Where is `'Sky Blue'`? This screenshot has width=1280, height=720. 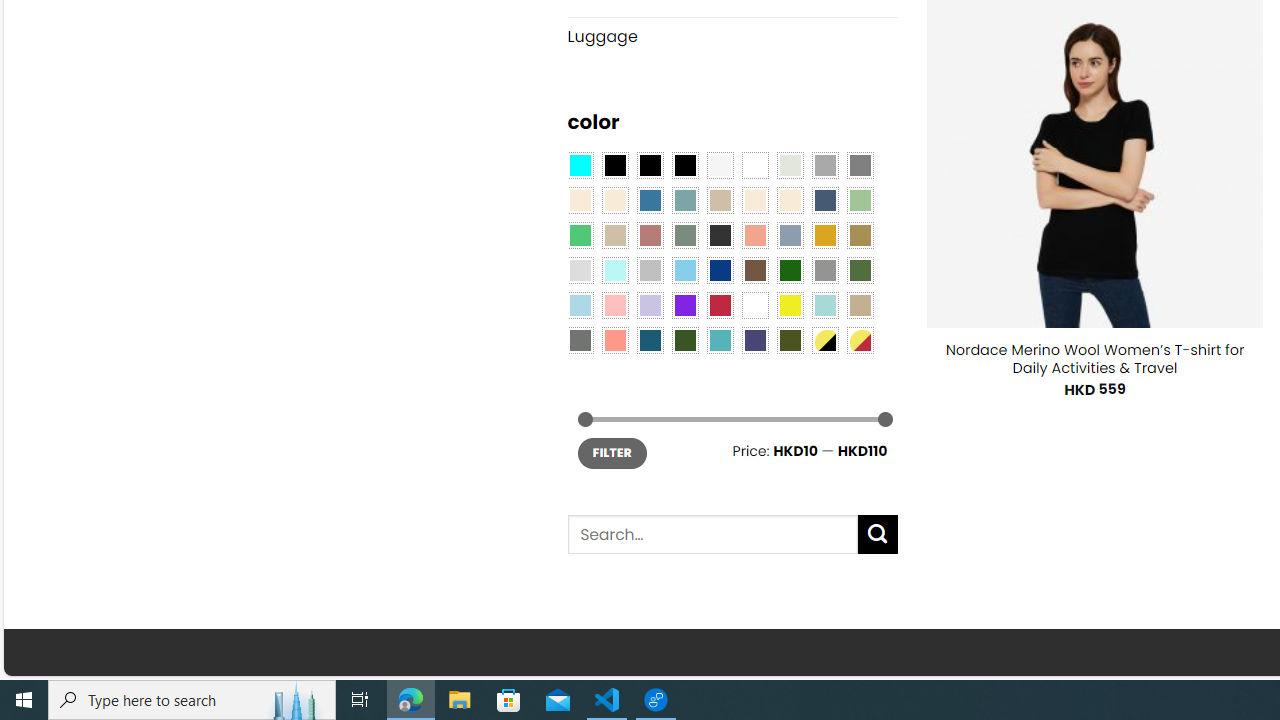
'Sky Blue' is located at coordinates (684, 270).